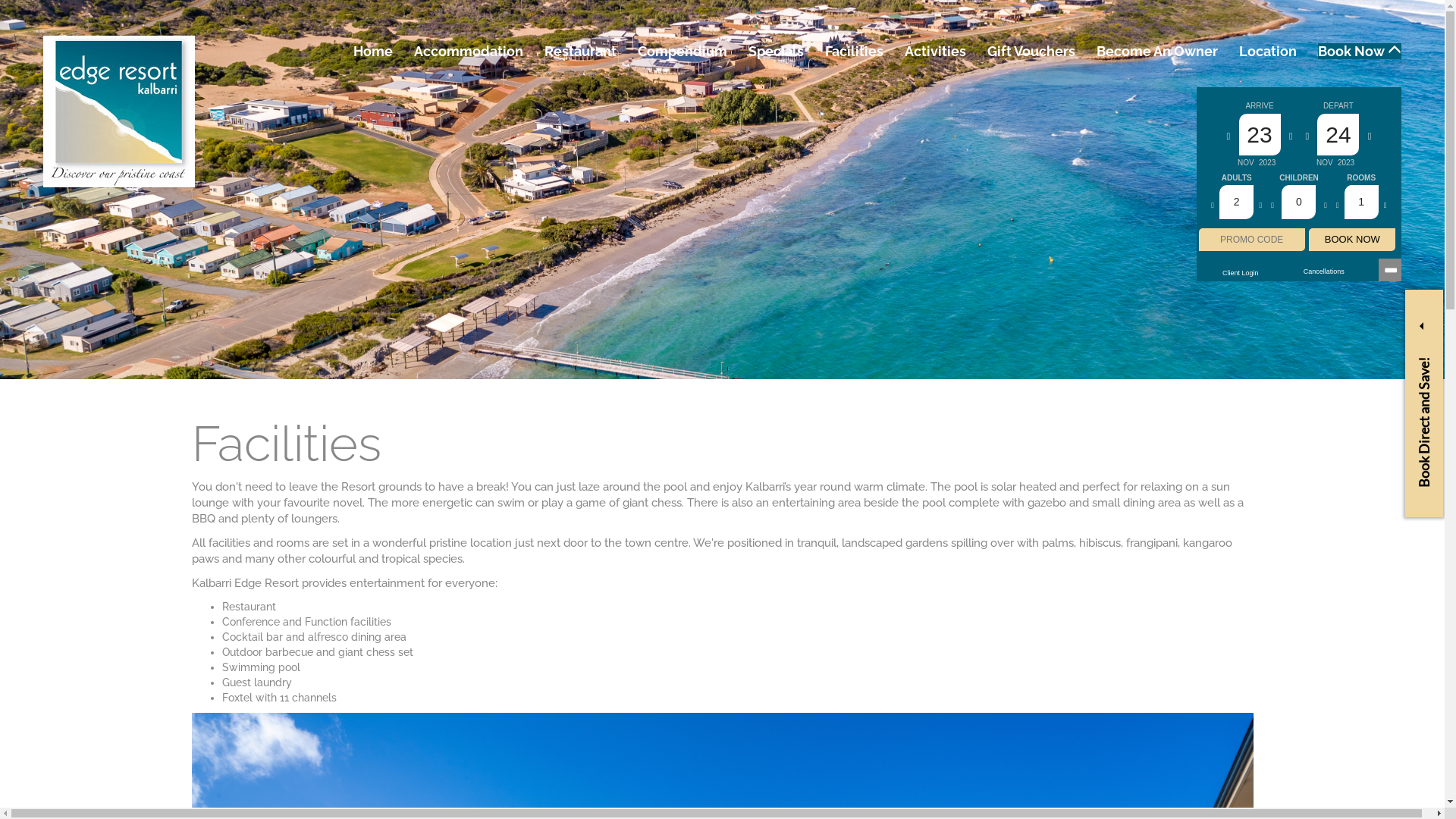 The width and height of the screenshot is (1456, 819). Describe the element at coordinates (776, 50) in the screenshot. I see `'Specials'` at that location.